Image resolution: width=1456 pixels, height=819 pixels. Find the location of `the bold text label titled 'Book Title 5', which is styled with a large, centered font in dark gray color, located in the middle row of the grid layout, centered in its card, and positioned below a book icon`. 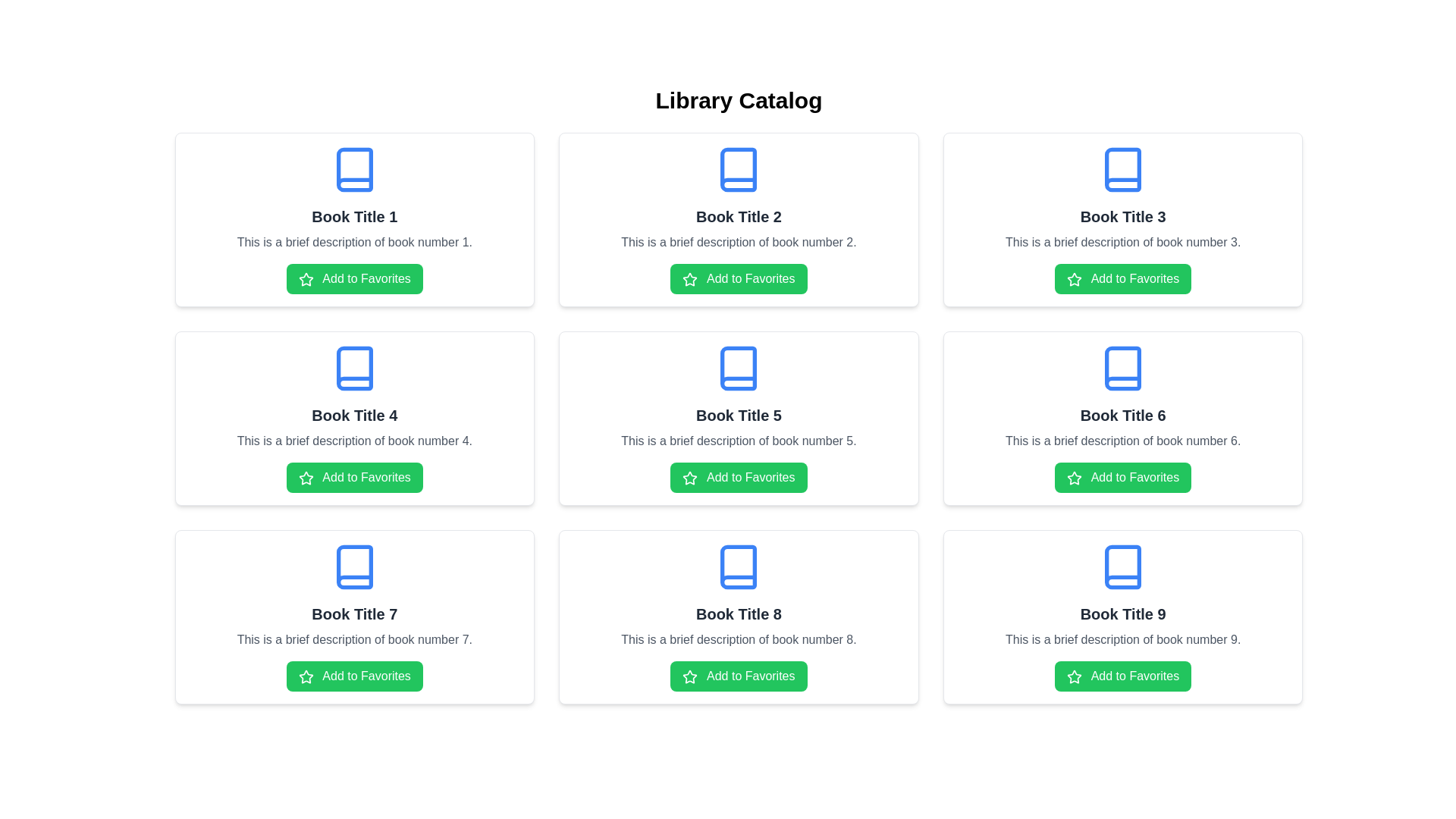

the bold text label titled 'Book Title 5', which is styled with a large, centered font in dark gray color, located in the middle row of the grid layout, centered in its card, and positioned below a book icon is located at coordinates (739, 415).